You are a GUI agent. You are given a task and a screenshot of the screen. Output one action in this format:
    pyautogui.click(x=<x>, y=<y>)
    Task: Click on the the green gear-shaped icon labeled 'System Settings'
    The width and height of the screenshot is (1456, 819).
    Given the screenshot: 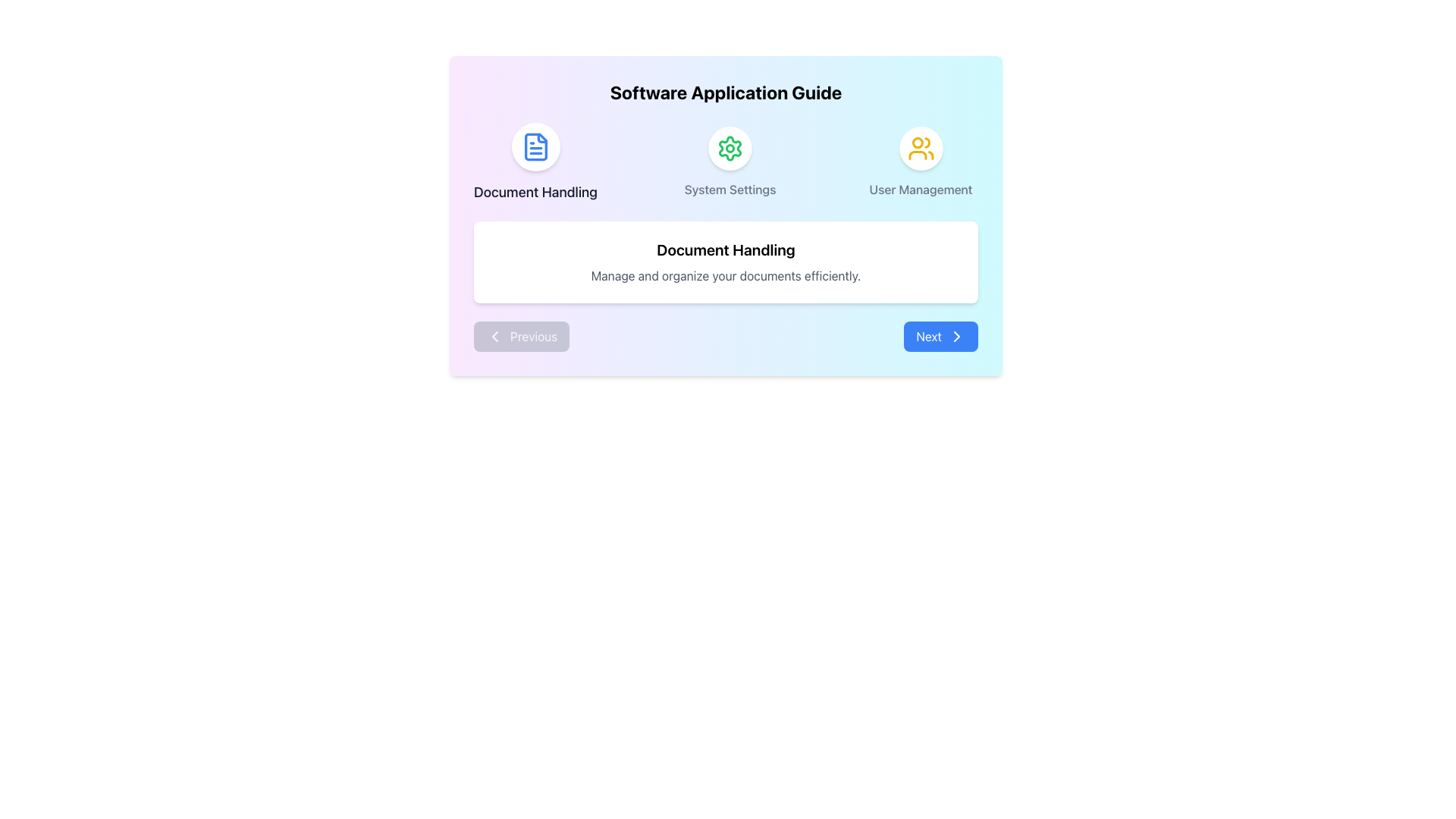 What is the action you would take?
    pyautogui.click(x=730, y=149)
    